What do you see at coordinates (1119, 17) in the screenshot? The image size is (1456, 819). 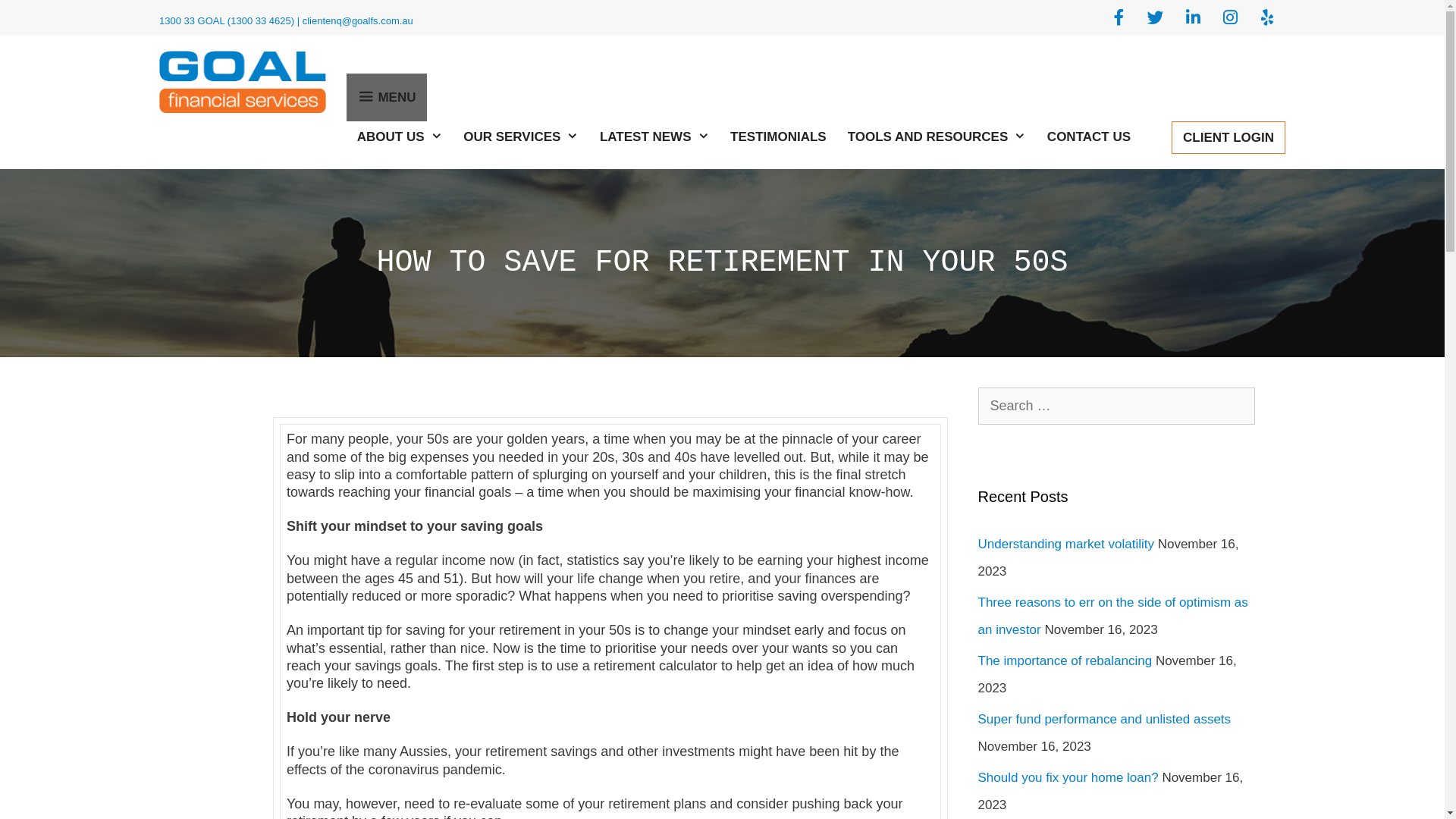 I see `'Goal Financial Services on Facebook'` at bounding box center [1119, 17].